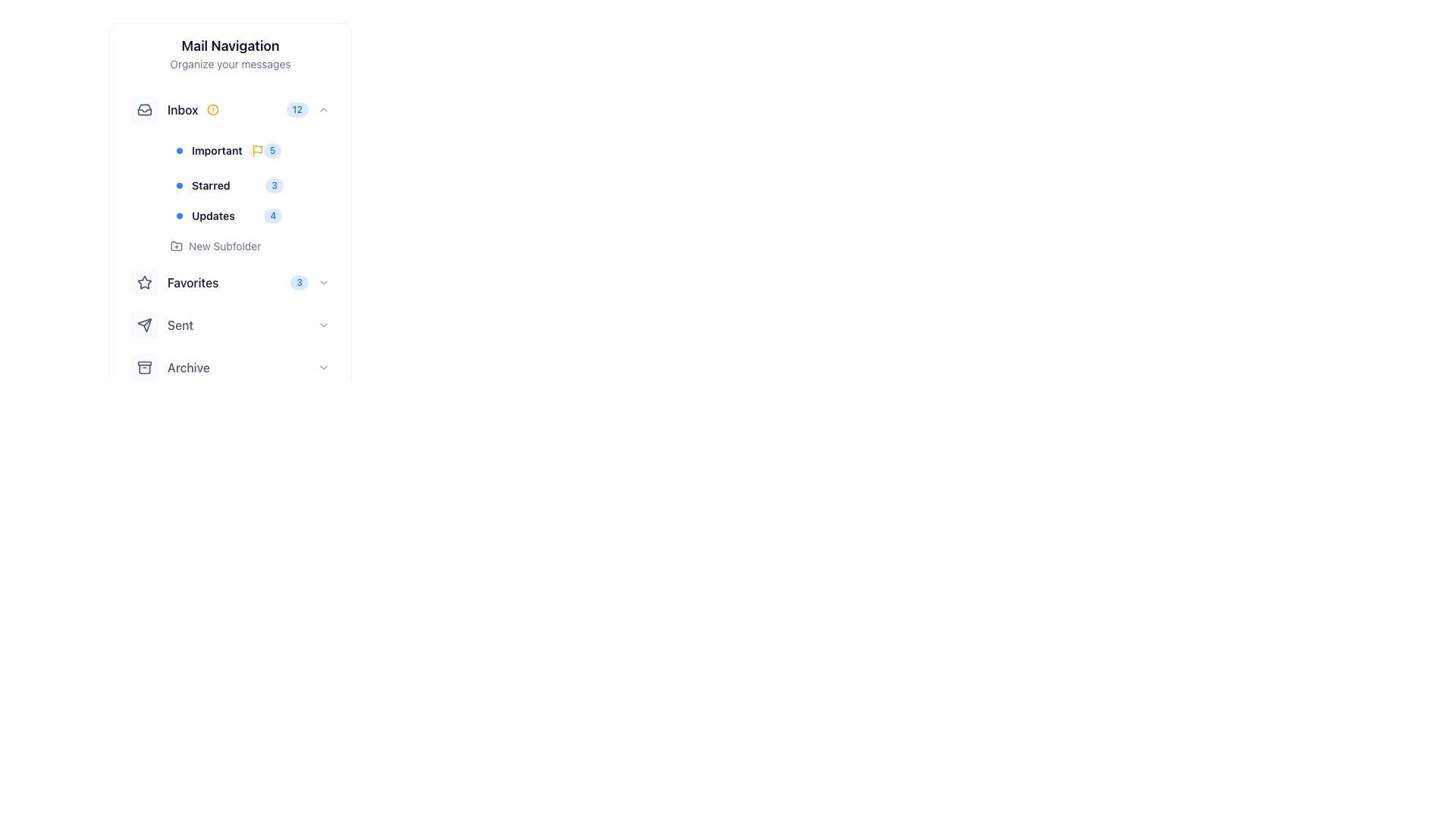 Image resolution: width=1456 pixels, height=819 pixels. I want to click on number '12' displayed on the Notification badge, which is a small, rounded badge with a light blue background located in the navigation pane under the 'Inbox' label, so click(297, 109).